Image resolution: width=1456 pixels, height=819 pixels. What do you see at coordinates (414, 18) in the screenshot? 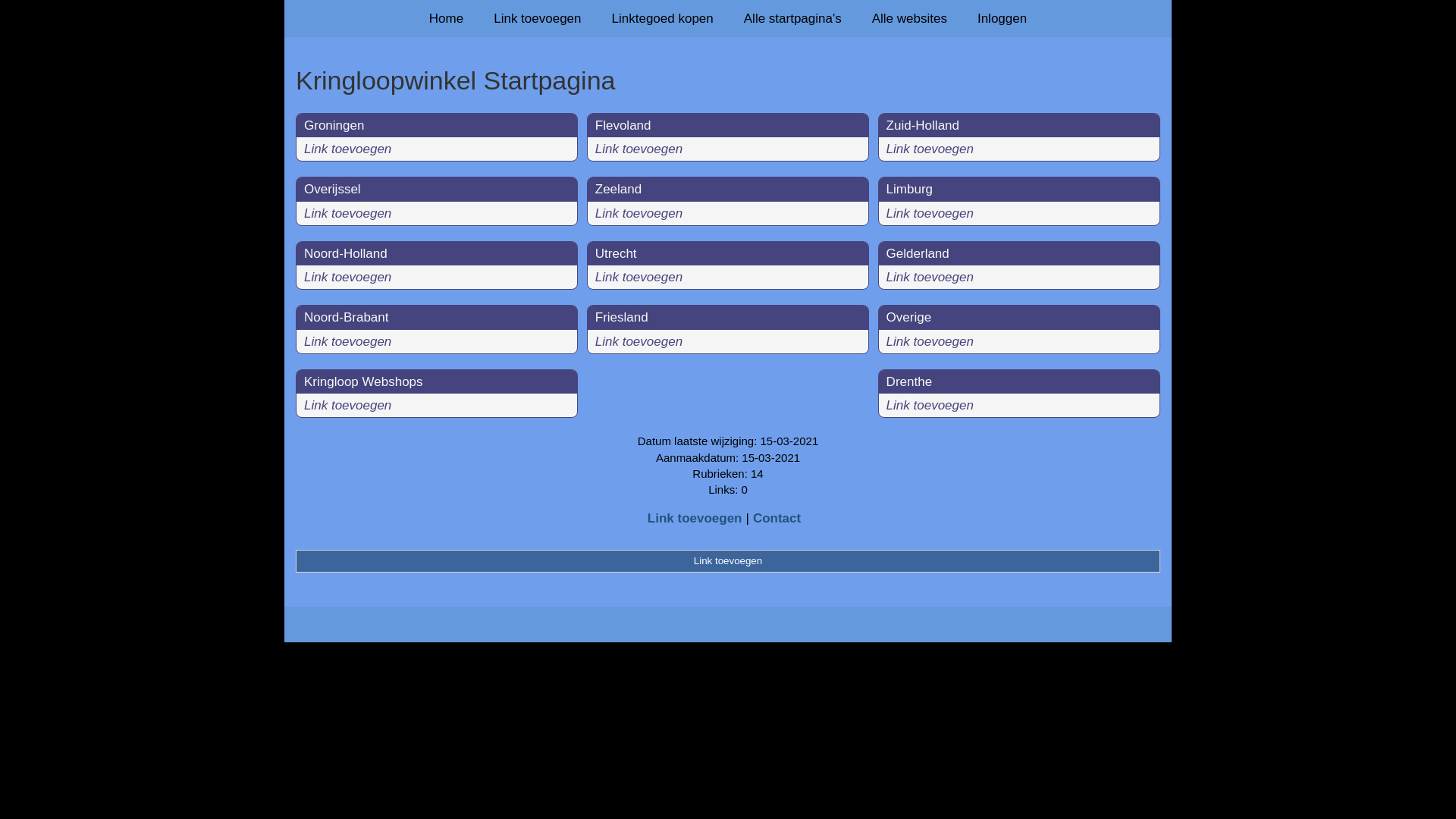
I see `'Home'` at bounding box center [414, 18].